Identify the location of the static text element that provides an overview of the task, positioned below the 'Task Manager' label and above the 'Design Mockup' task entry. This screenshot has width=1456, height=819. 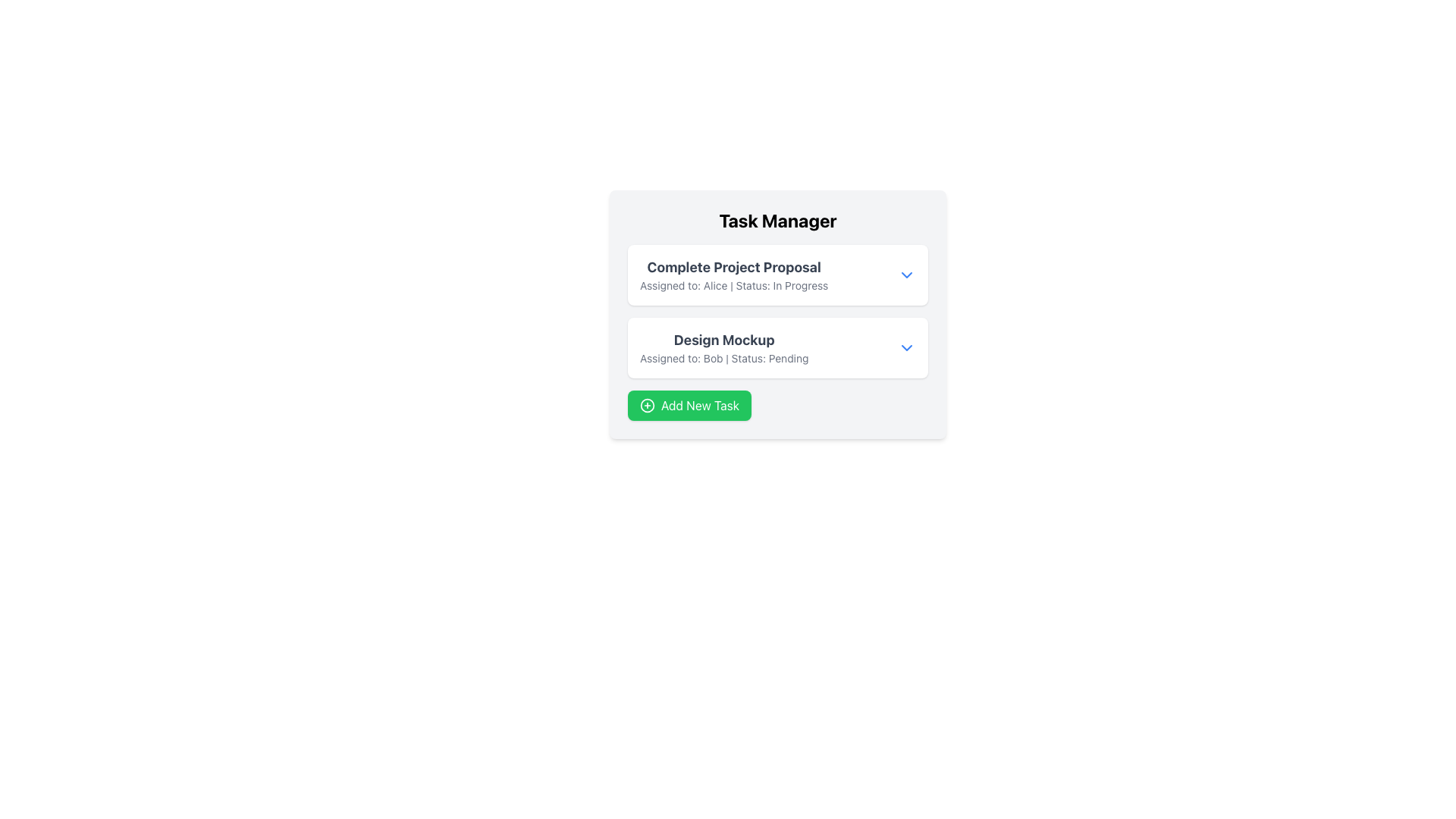
(734, 275).